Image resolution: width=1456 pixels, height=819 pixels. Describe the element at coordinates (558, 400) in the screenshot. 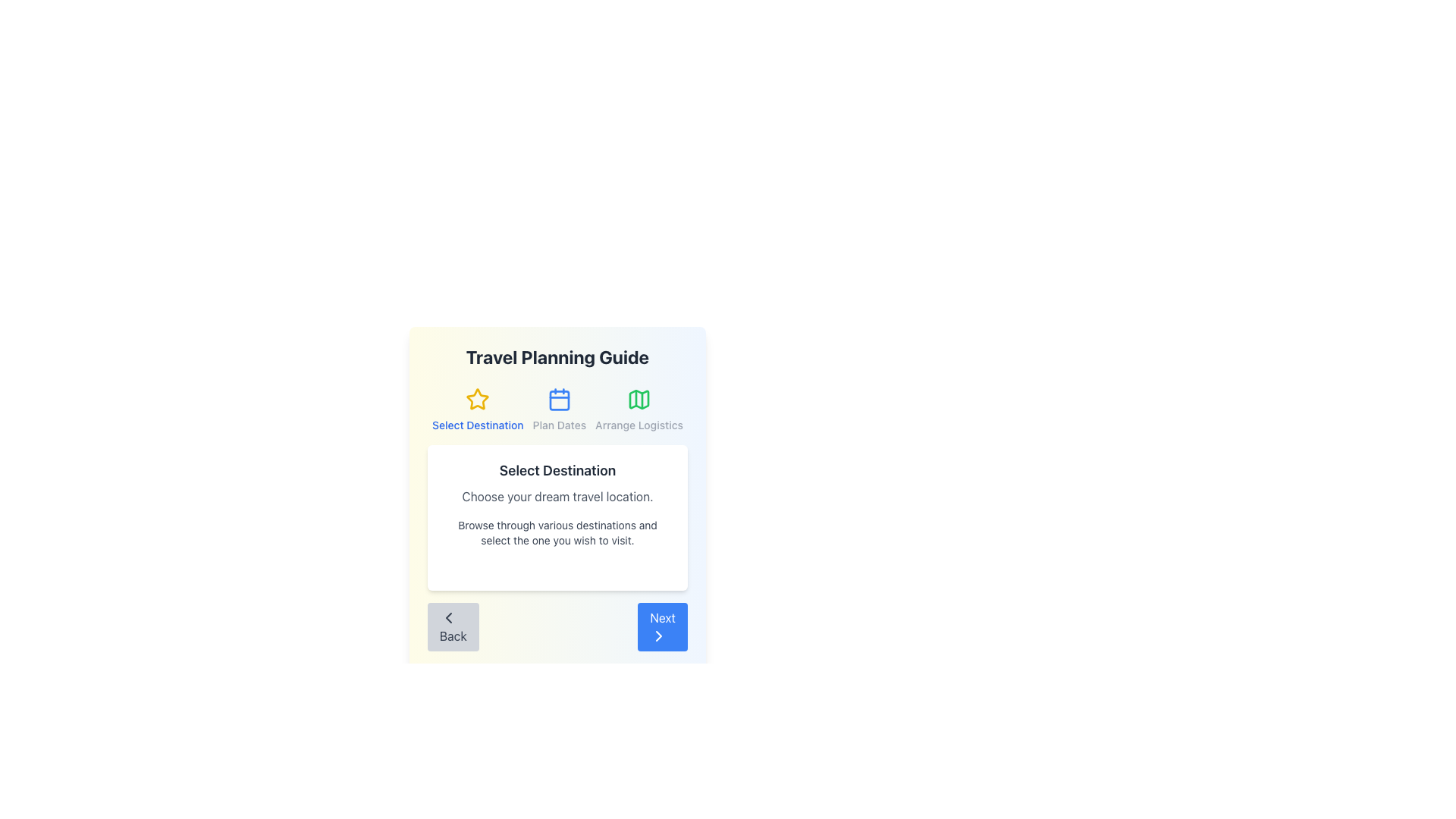

I see `the Decorative SVG element that is part of the minimalist calendar icon, located centrally within the calendar icon at the top section of the interface` at that location.